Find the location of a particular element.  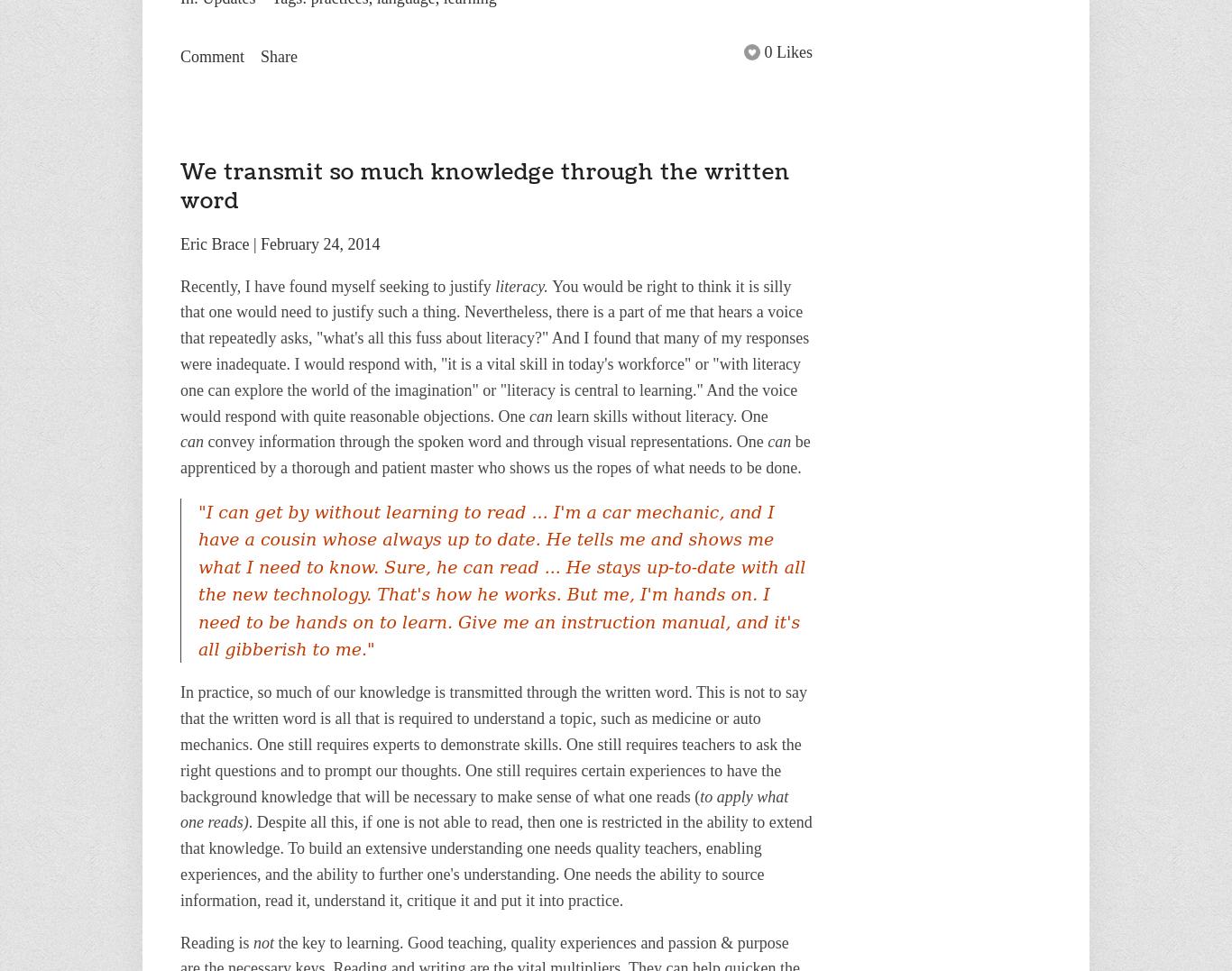

'February 24, 2014' is located at coordinates (319, 243).